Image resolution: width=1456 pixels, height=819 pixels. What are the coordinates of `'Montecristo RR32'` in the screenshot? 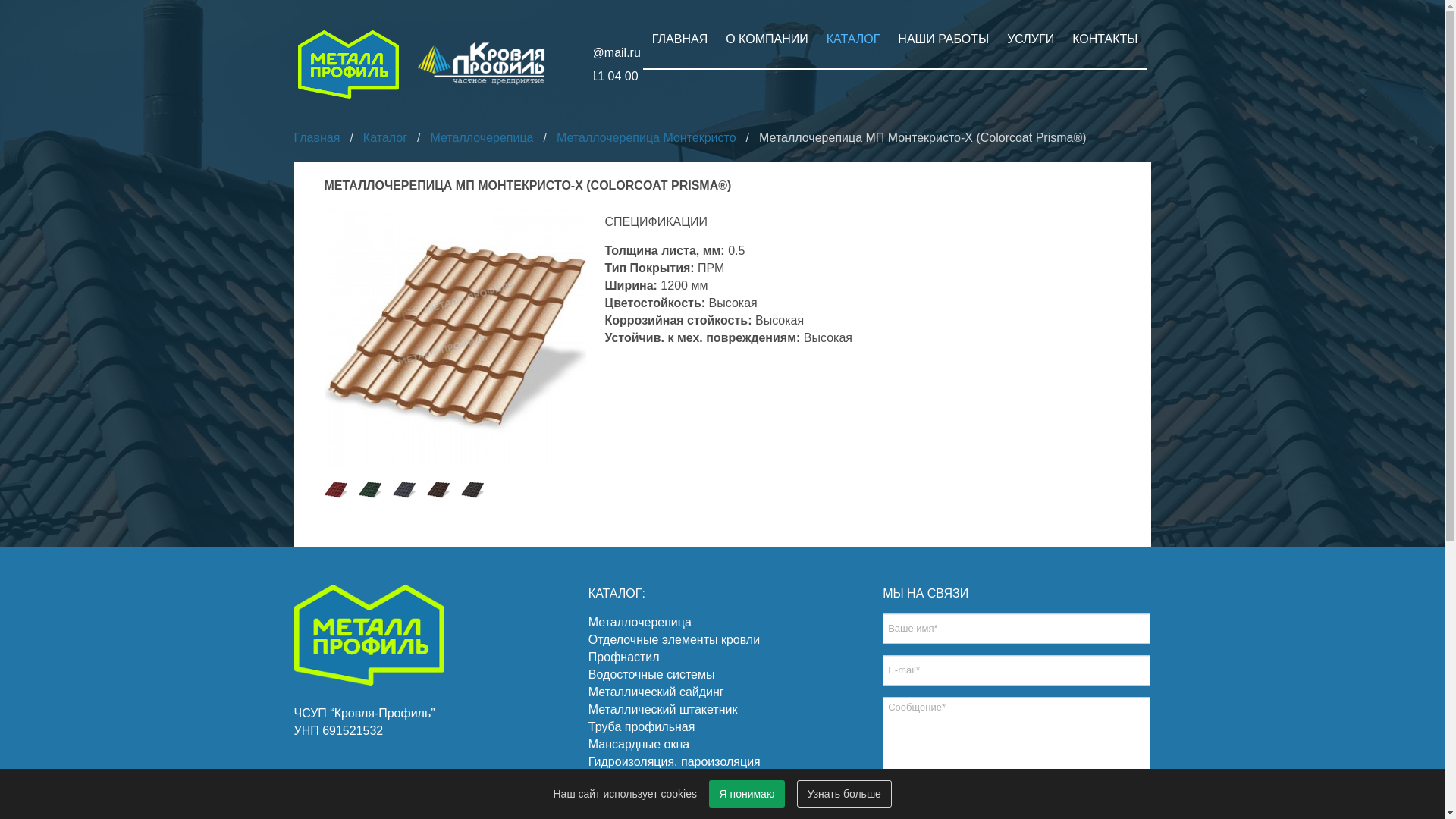 It's located at (472, 489).